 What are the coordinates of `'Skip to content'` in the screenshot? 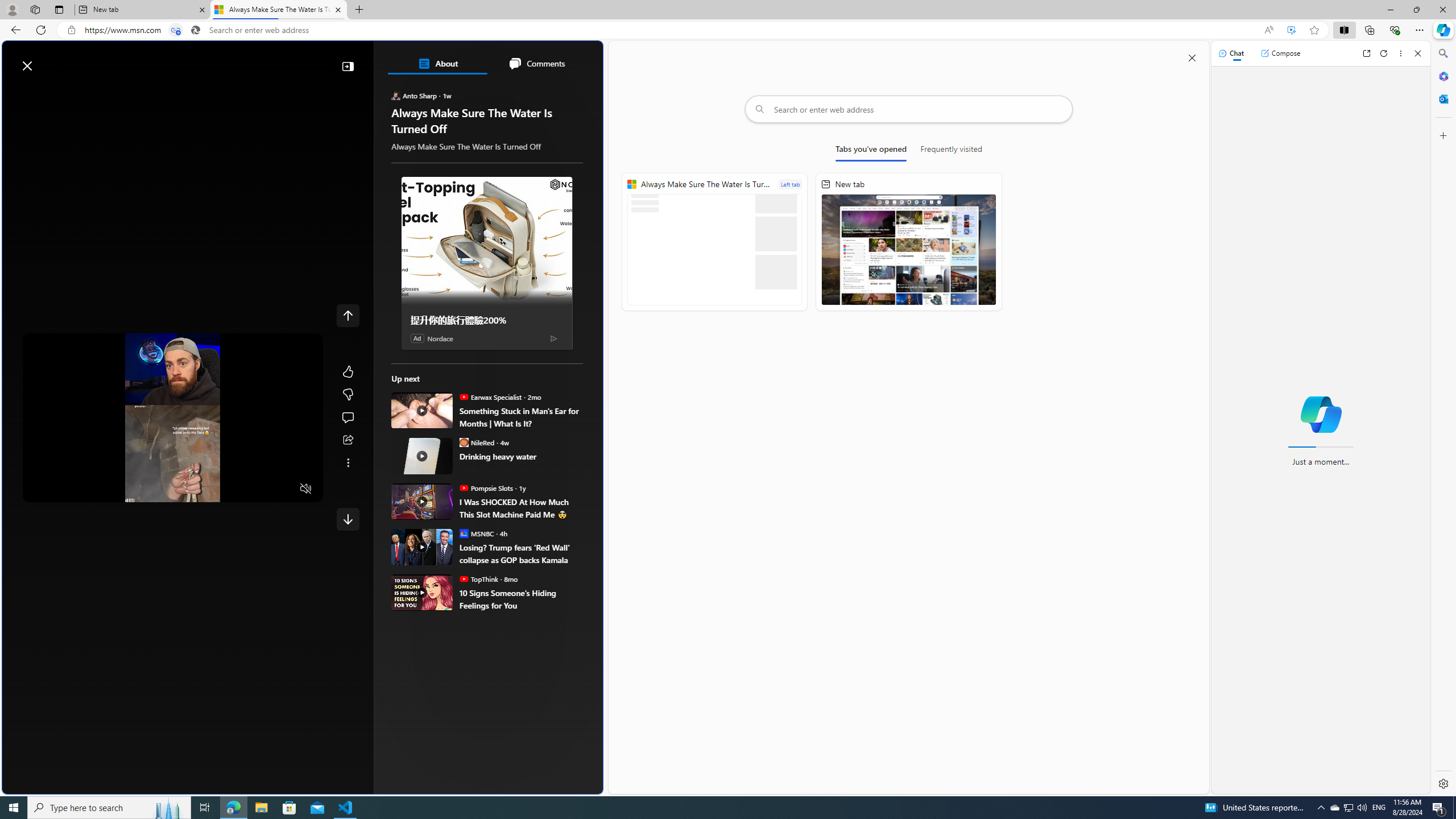 It's located at (49, 59).